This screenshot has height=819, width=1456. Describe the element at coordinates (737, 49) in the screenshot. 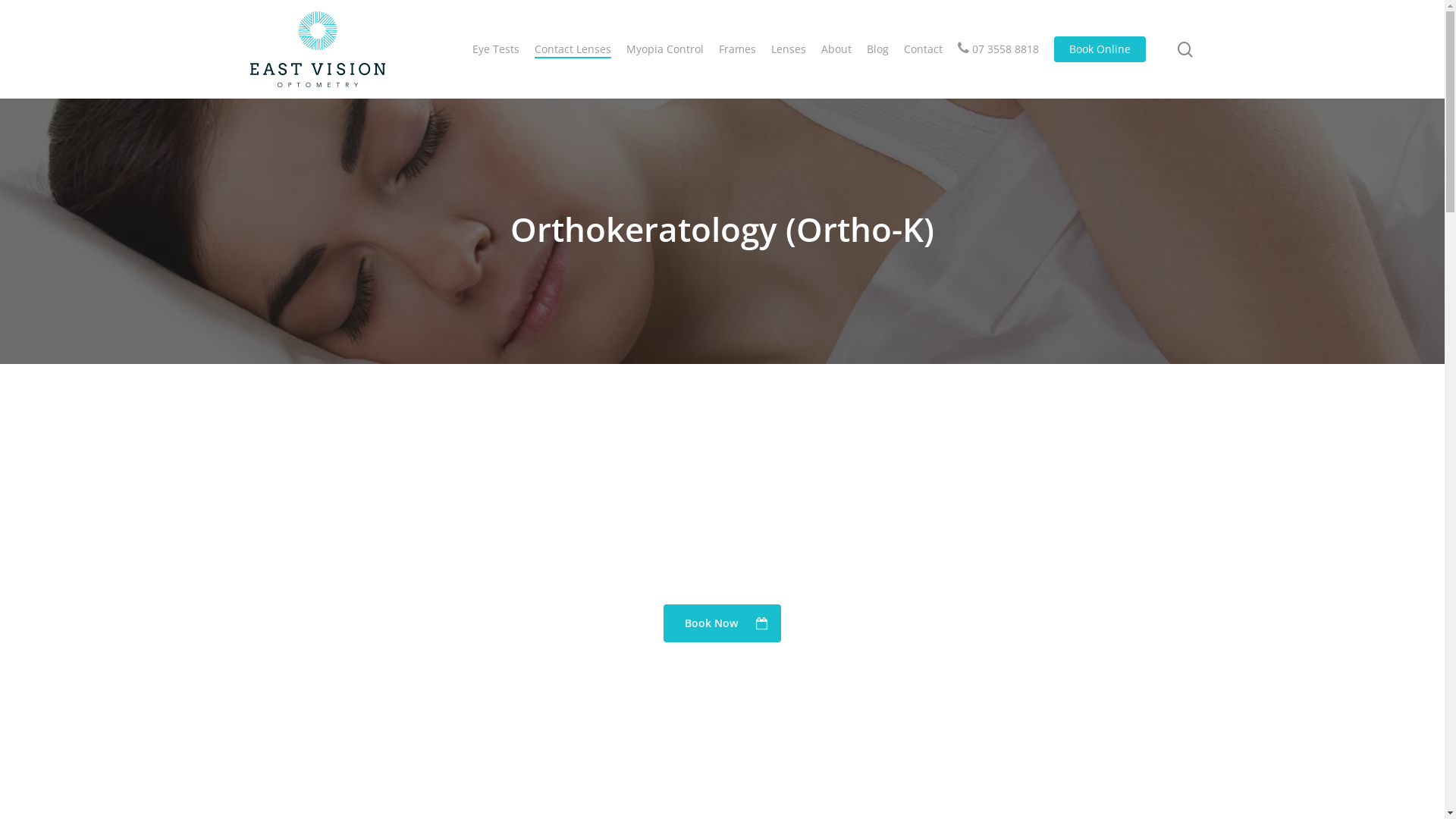

I see `'Frames'` at that location.